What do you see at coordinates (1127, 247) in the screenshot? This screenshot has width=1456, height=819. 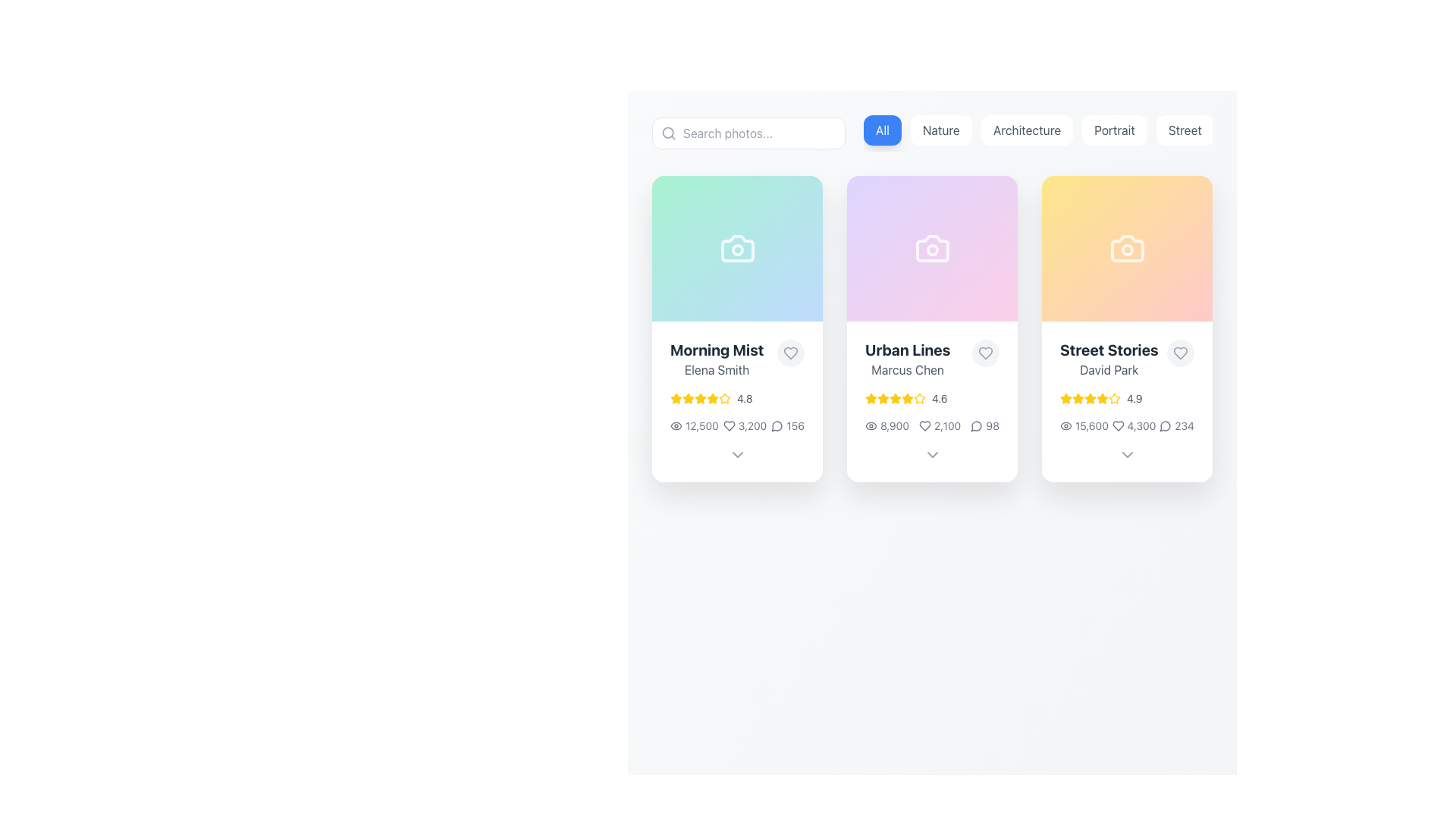 I see `the camera-themed icon located within the 'Street Stories' card, which is the third card from the left in a horizontal row` at bounding box center [1127, 247].